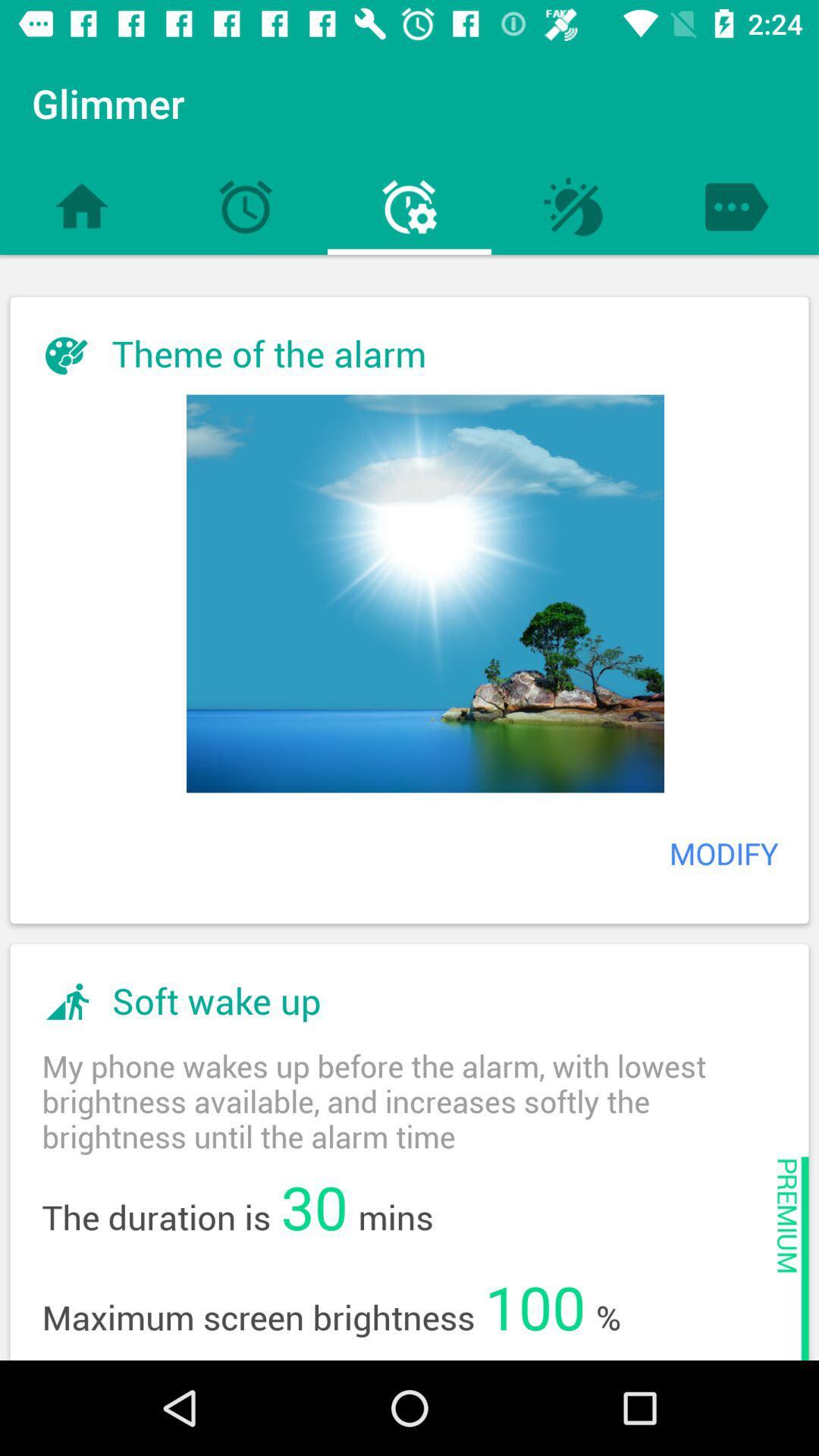  What do you see at coordinates (425, 592) in the screenshot?
I see `modify theme` at bounding box center [425, 592].